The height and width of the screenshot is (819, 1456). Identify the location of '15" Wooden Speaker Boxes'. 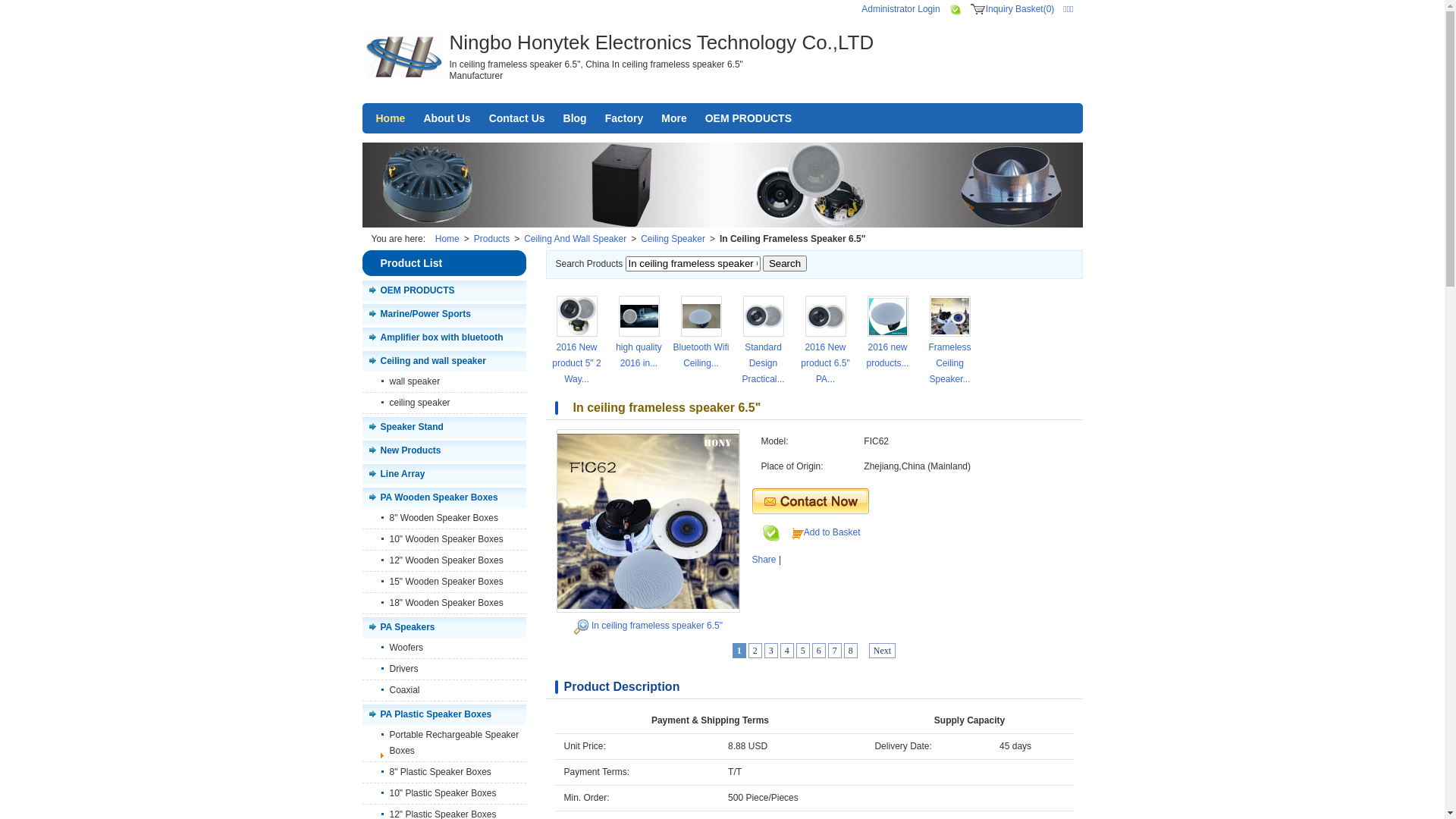
(443, 581).